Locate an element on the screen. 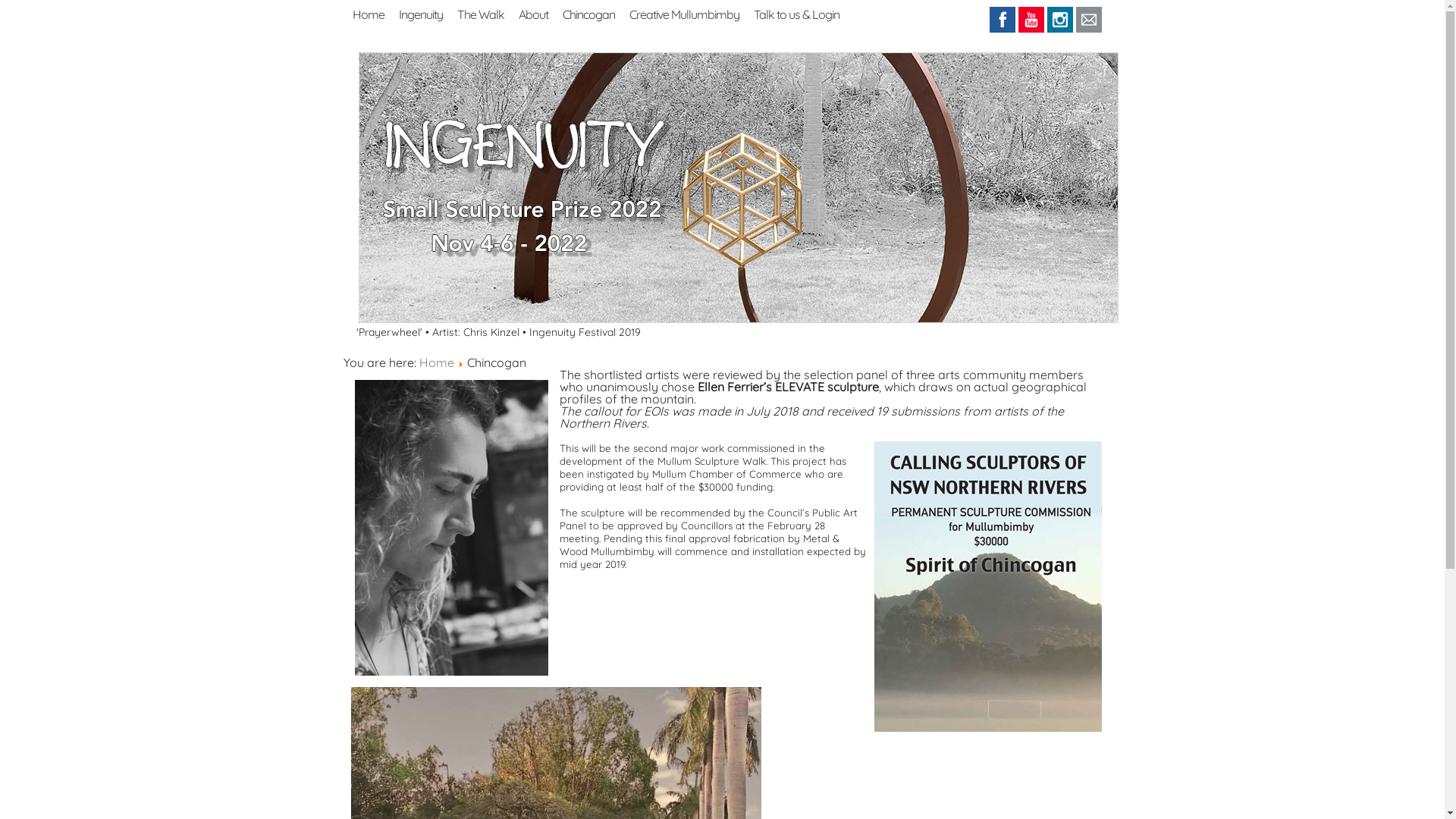 The width and height of the screenshot is (1456, 819). 'Ingenuity' is located at coordinates (421, 12).